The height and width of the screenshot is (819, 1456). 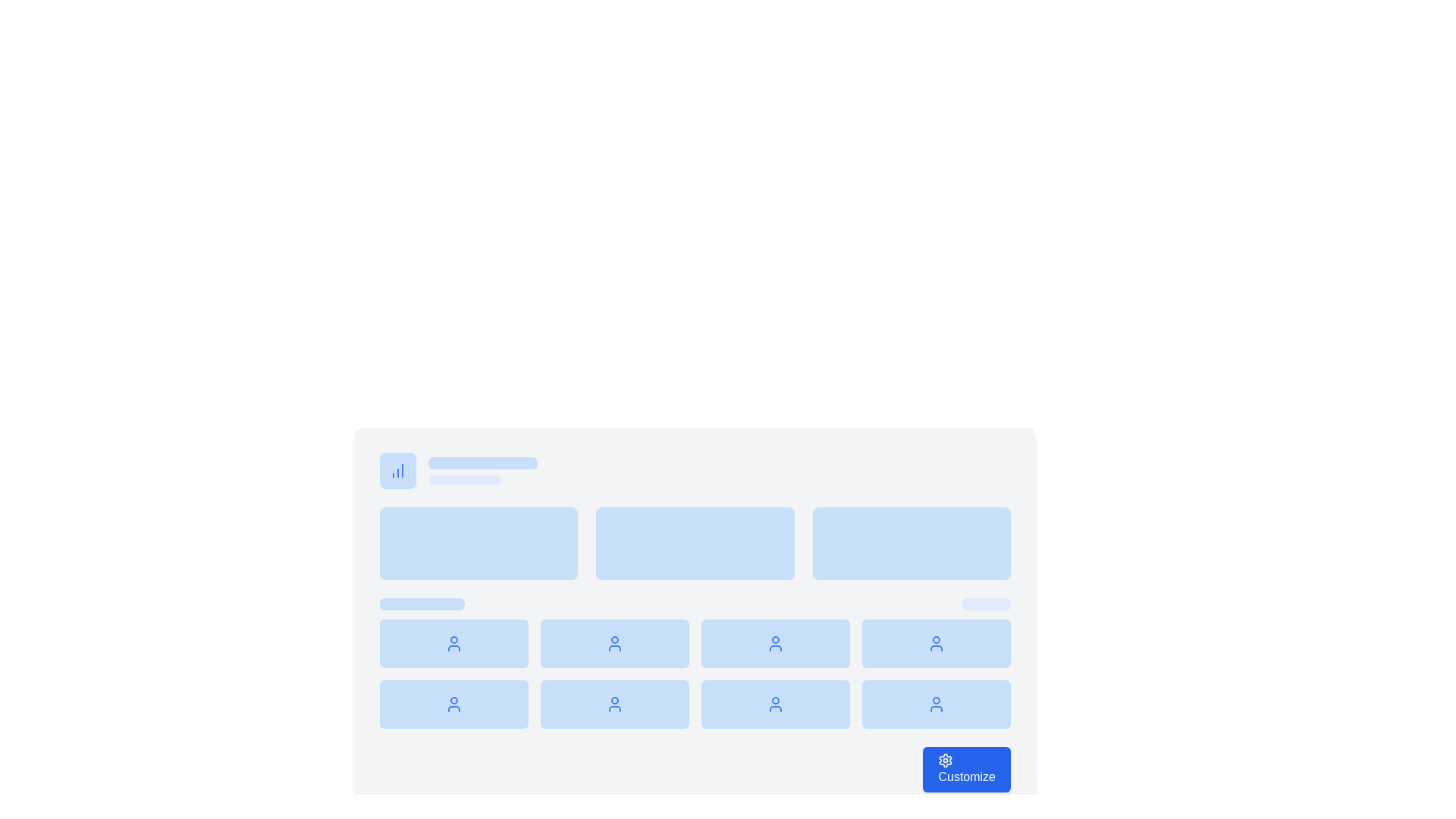 What do you see at coordinates (615, 643) in the screenshot?
I see `the user icon resembling a human outline with a circular head and semi-circular torso, styled in blue, located in the bottom center of the interface` at bounding box center [615, 643].